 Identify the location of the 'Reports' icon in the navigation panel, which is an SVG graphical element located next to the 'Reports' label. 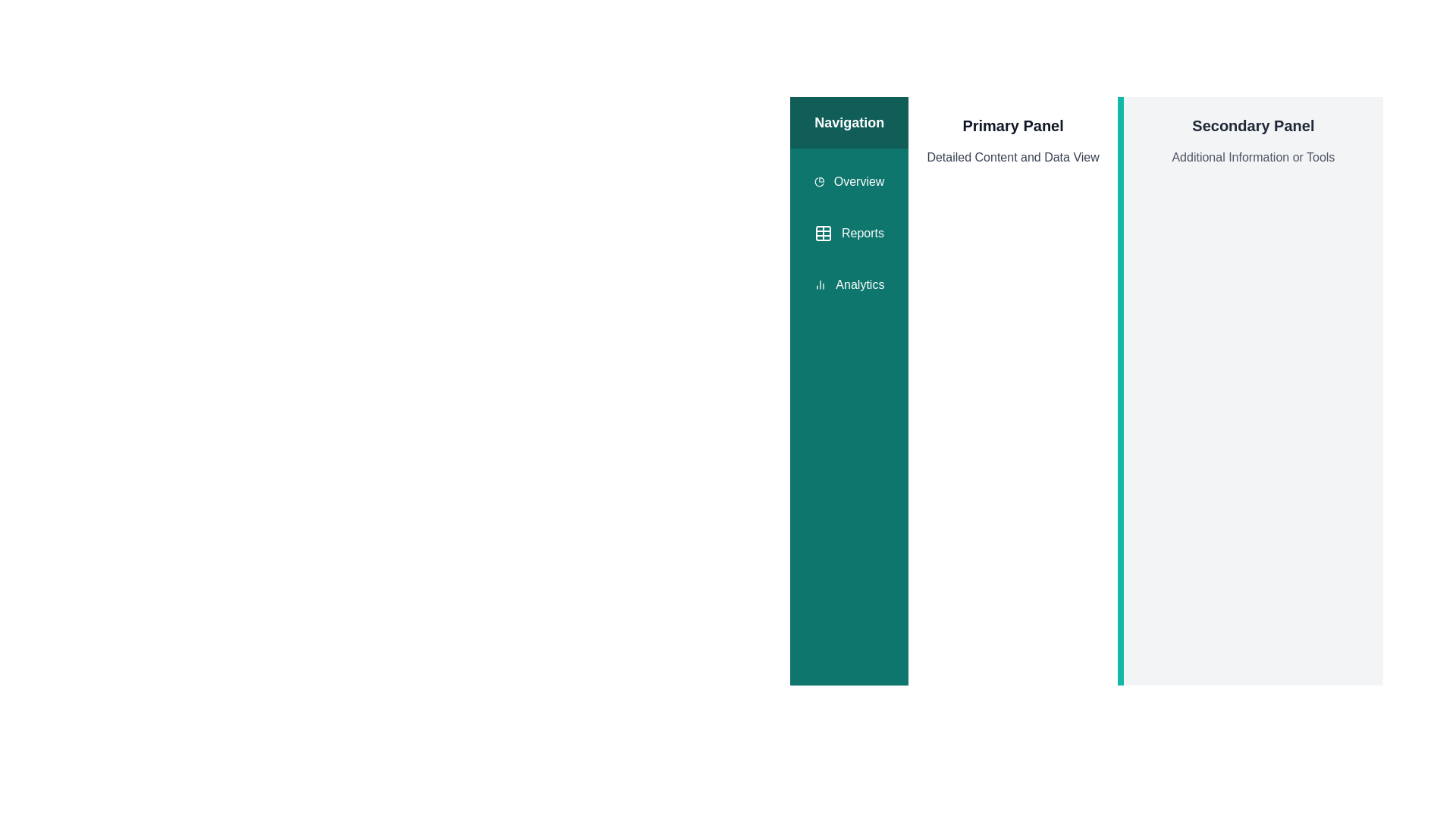
(822, 234).